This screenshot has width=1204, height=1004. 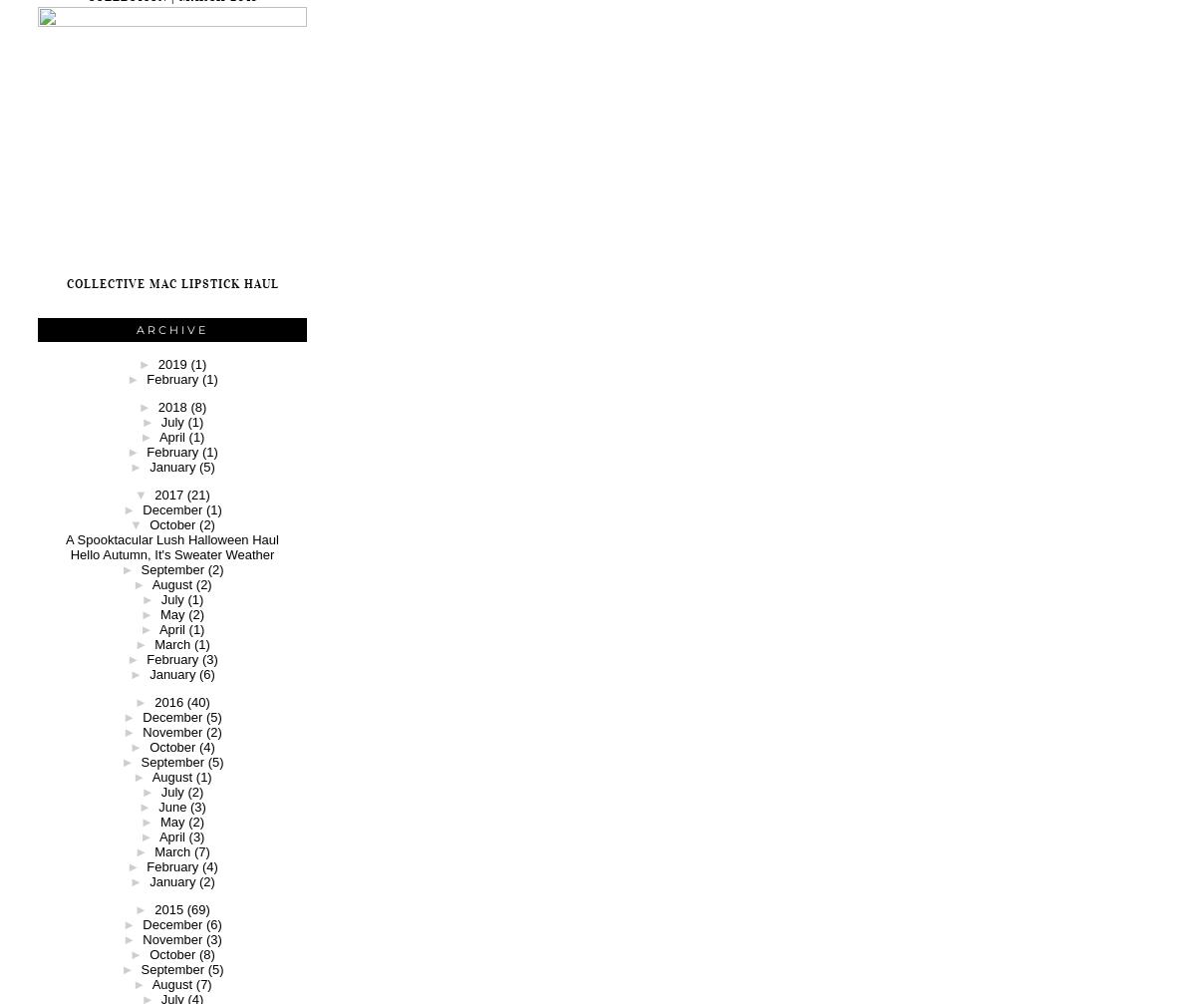 What do you see at coordinates (171, 806) in the screenshot?
I see `'June'` at bounding box center [171, 806].